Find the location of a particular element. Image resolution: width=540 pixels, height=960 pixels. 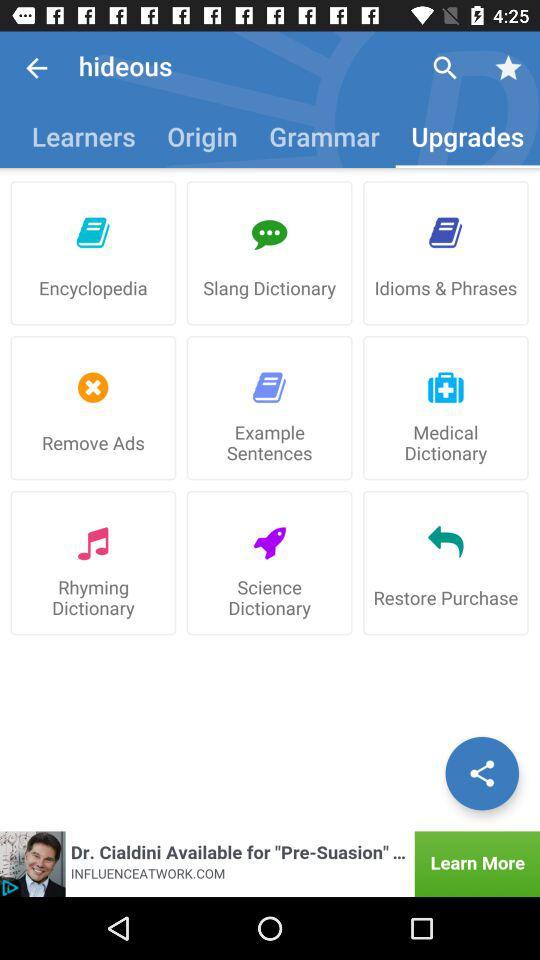

the share icon is located at coordinates (481, 772).